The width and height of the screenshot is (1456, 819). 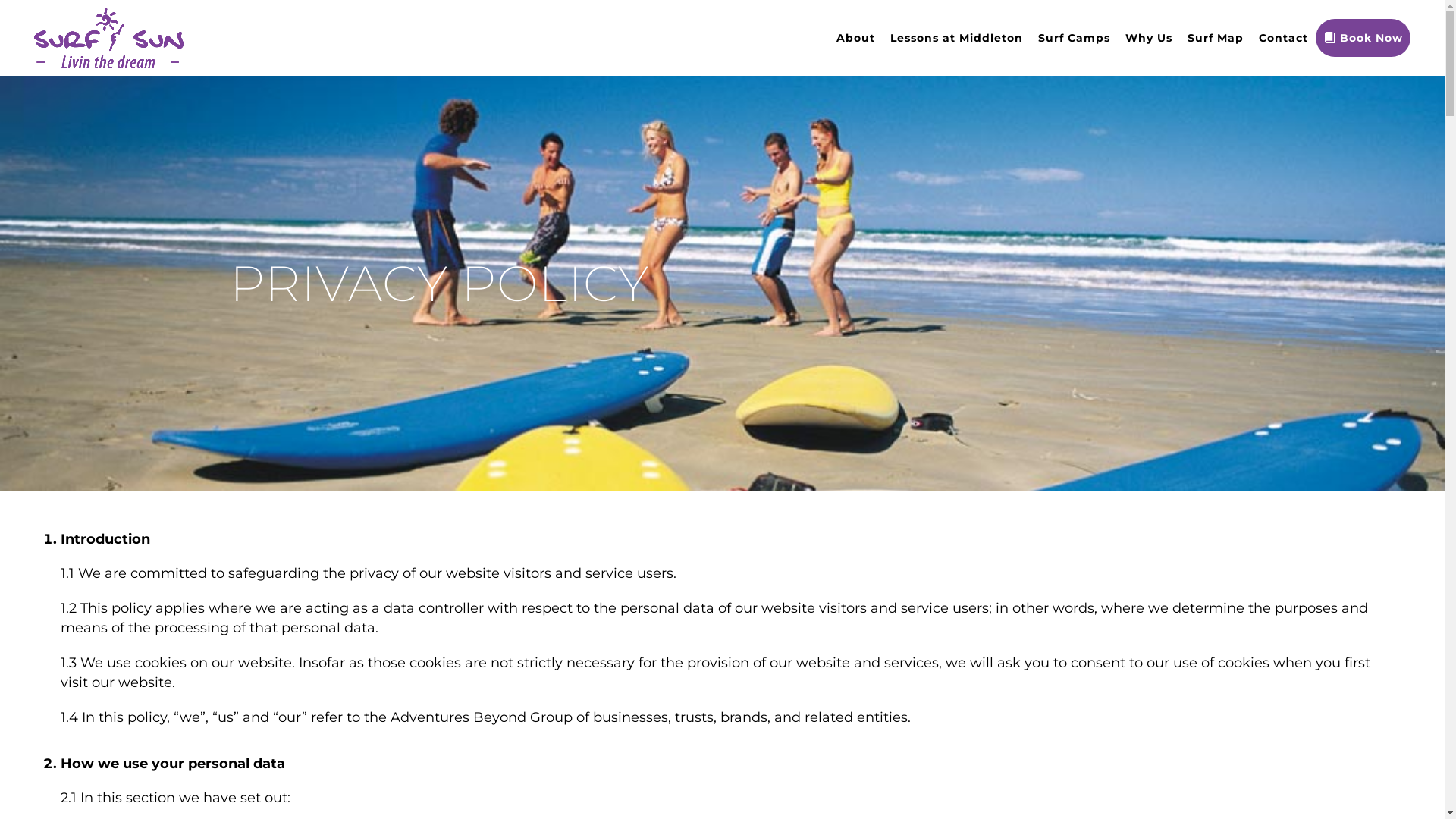 What do you see at coordinates (855, 37) in the screenshot?
I see `'About'` at bounding box center [855, 37].